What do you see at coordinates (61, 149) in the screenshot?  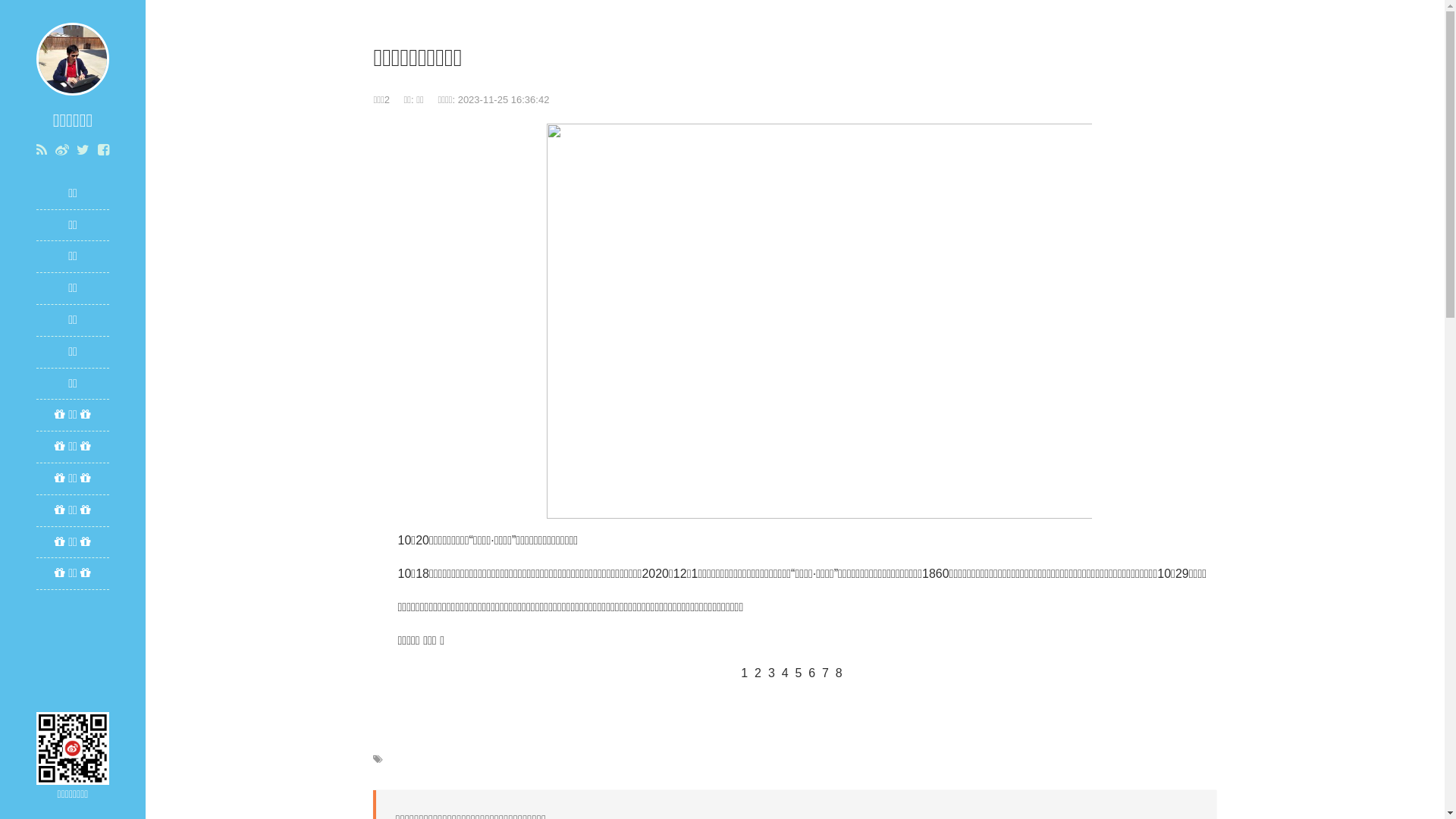 I see `'Weibo'` at bounding box center [61, 149].